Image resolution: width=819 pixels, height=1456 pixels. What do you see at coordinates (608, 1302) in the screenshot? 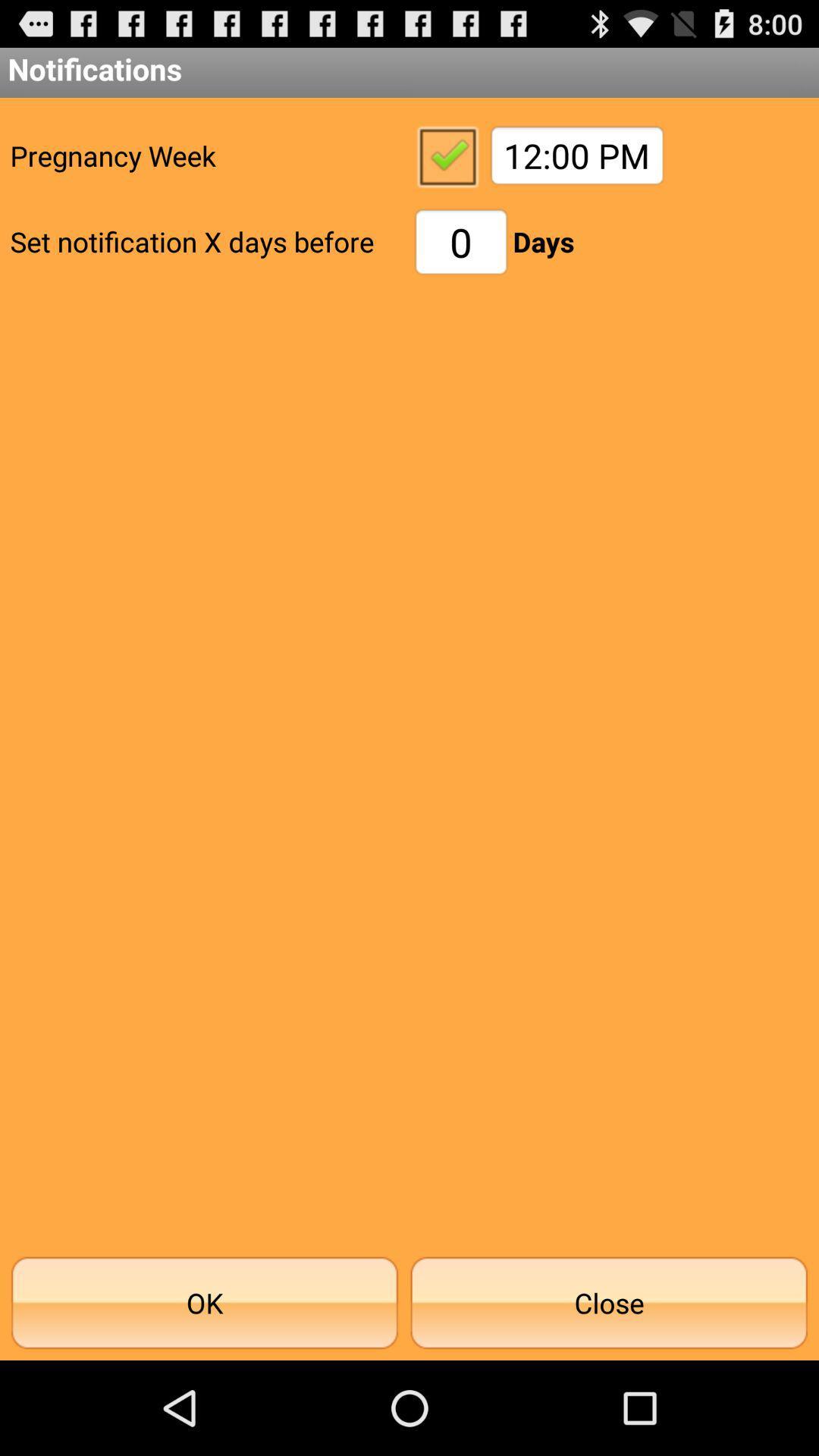
I see `the button to the right of ok icon` at bounding box center [608, 1302].